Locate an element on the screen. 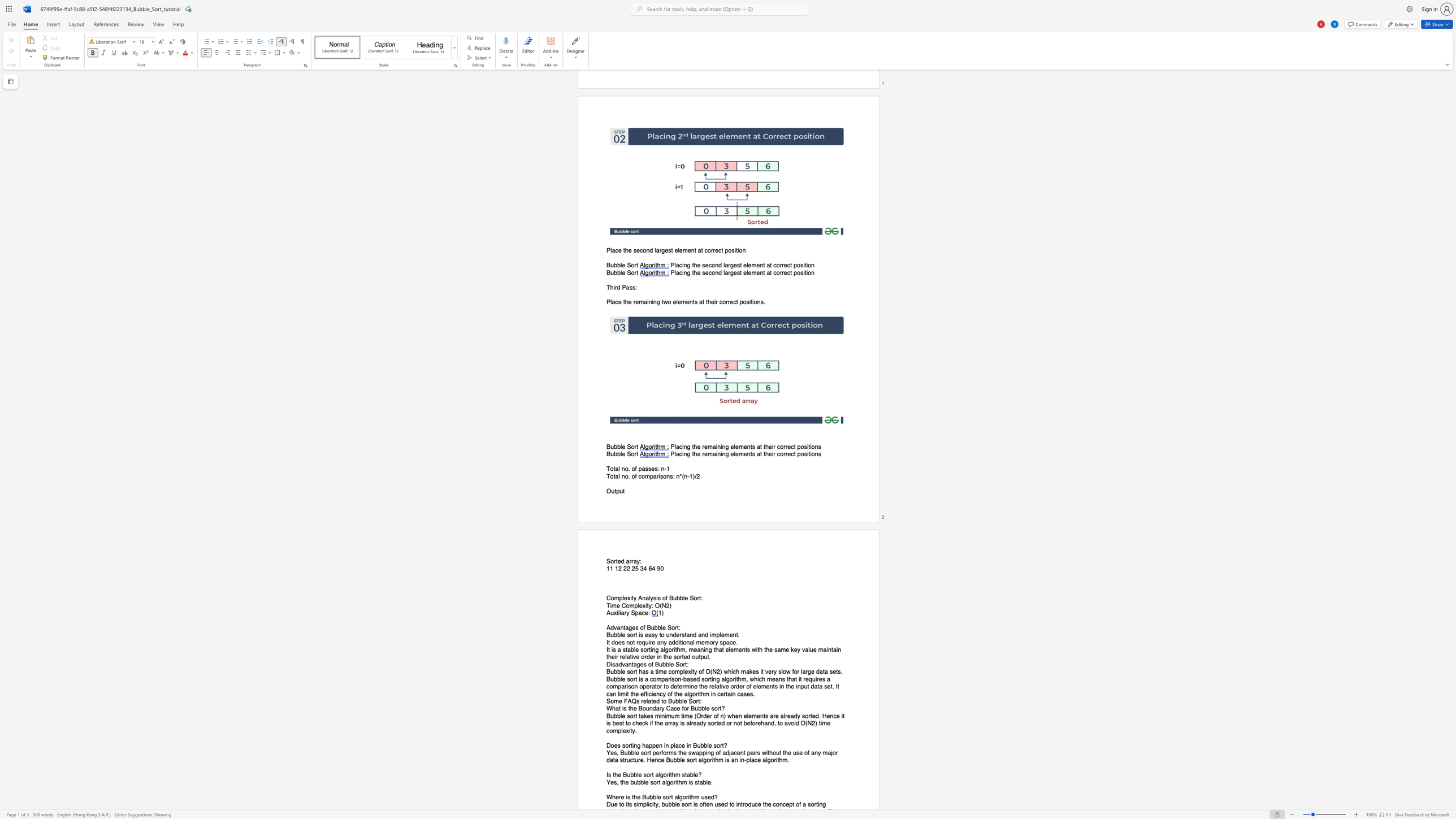 The height and width of the screenshot is (819, 1456). the subset text "ges of Bubble" within the text "Disadvantages of Bubble Sort:" is located at coordinates (636, 664).